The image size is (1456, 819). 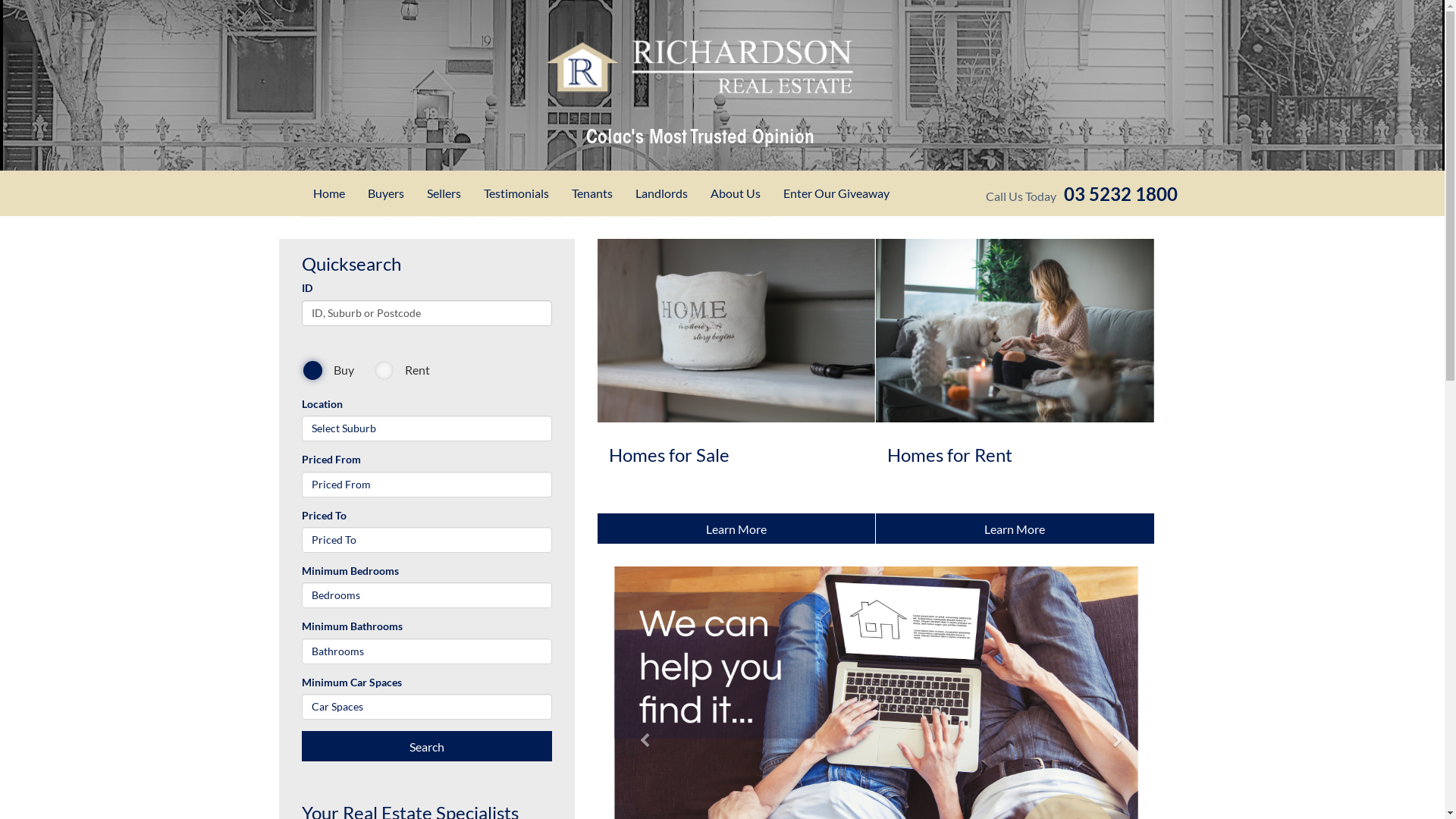 What do you see at coordinates (1015, 391) in the screenshot?
I see `'Homes for Rent` at bounding box center [1015, 391].